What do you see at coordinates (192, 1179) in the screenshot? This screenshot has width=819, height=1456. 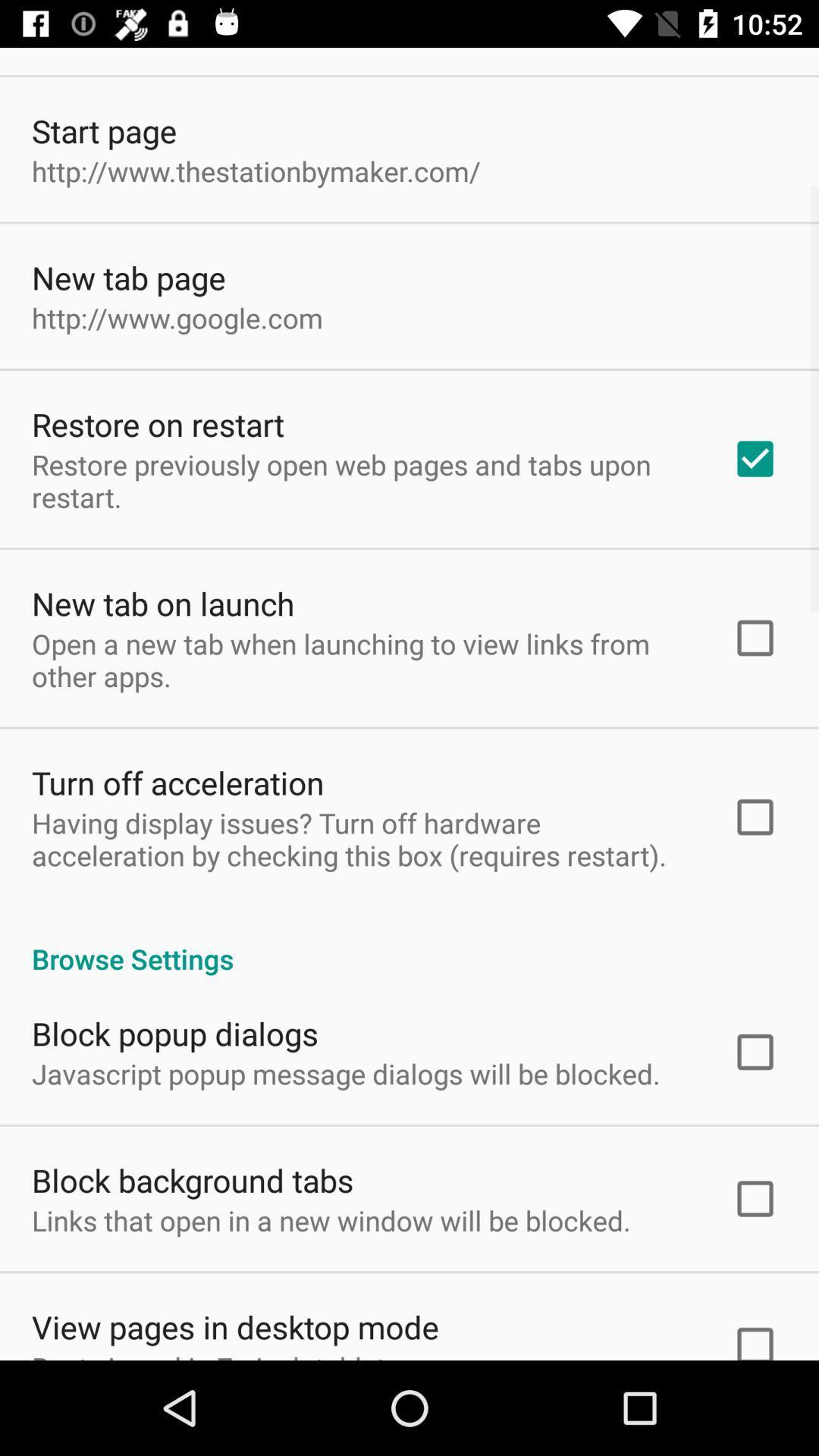 I see `the block background tabs app` at bounding box center [192, 1179].